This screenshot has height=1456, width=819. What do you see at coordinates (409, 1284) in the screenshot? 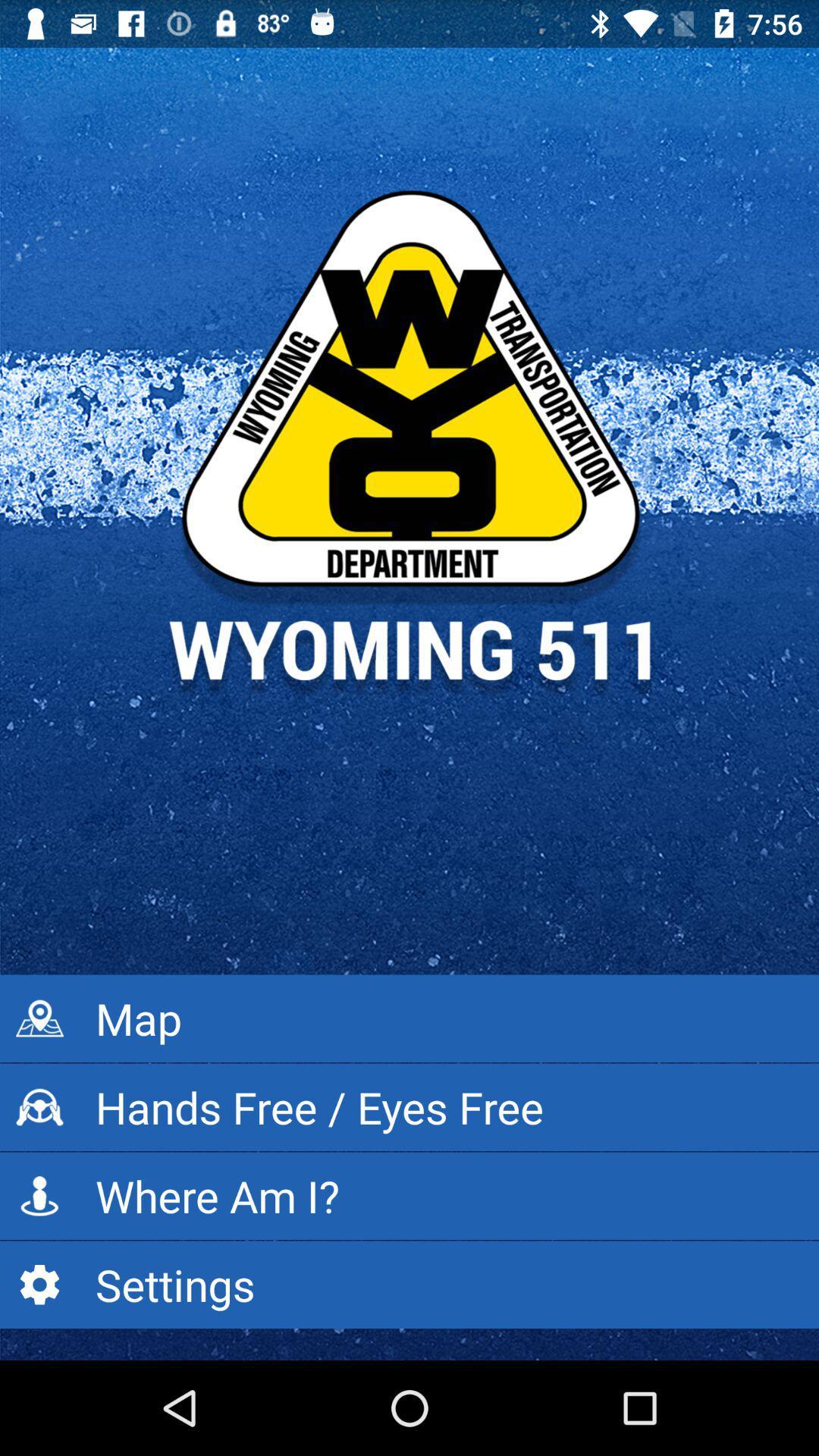
I see `settings app` at bounding box center [409, 1284].